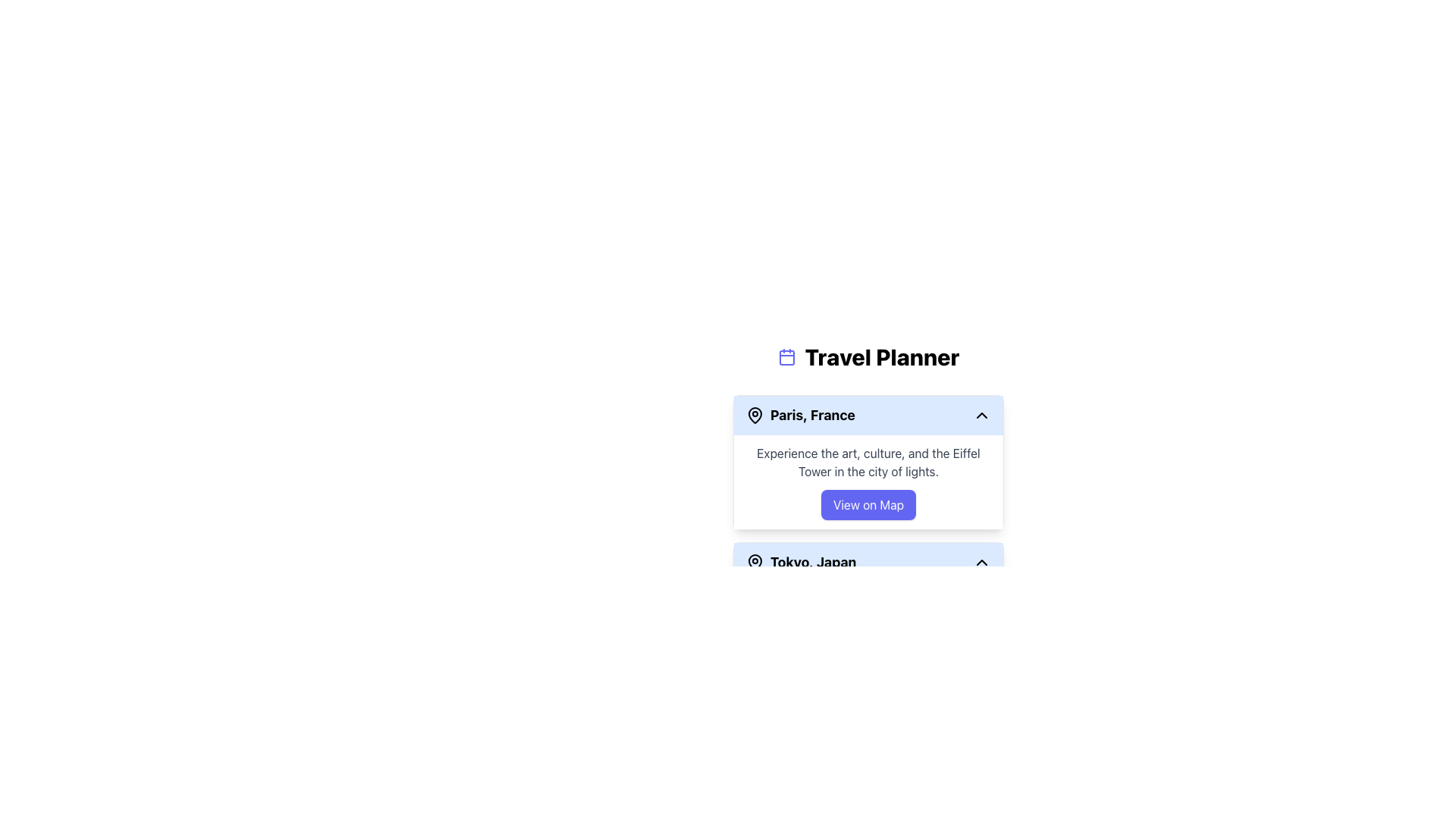 This screenshot has height=819, width=1456. I want to click on the clickable label with the text 'Paris, France' and a location pin icon, located in the travel selection section at the top of the list of travel destinations, so click(799, 415).